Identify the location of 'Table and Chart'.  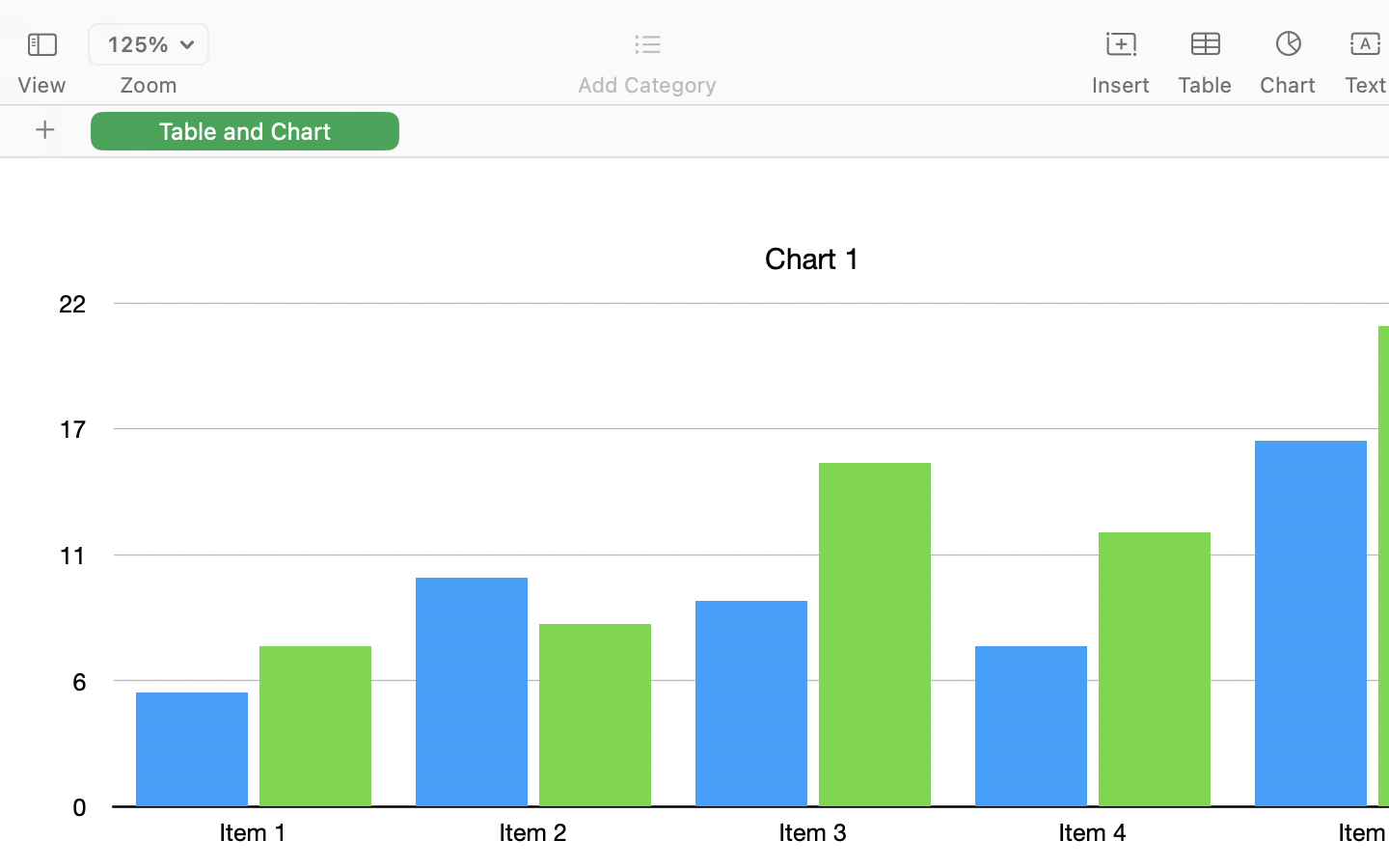
(244, 130).